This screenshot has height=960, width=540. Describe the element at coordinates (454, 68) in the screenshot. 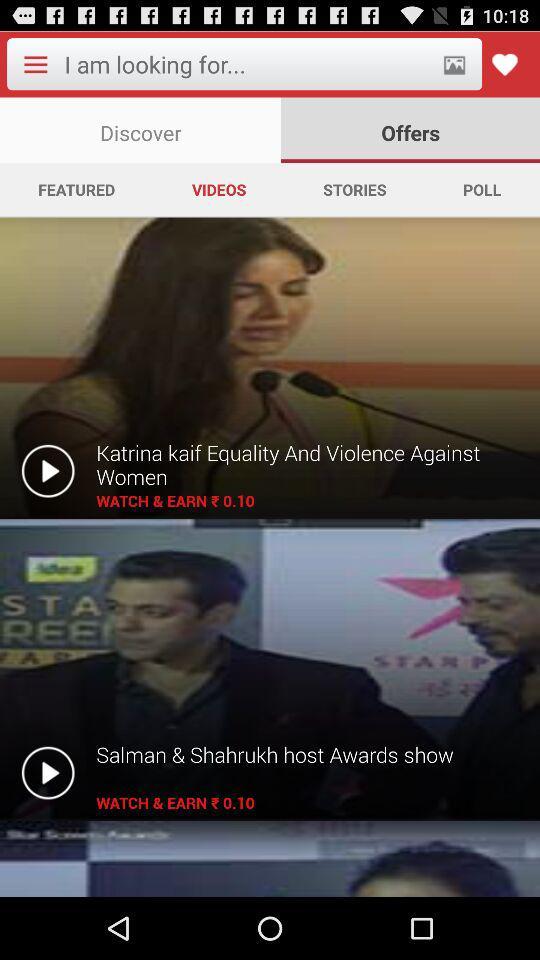

I see `the wallpaper icon` at that location.